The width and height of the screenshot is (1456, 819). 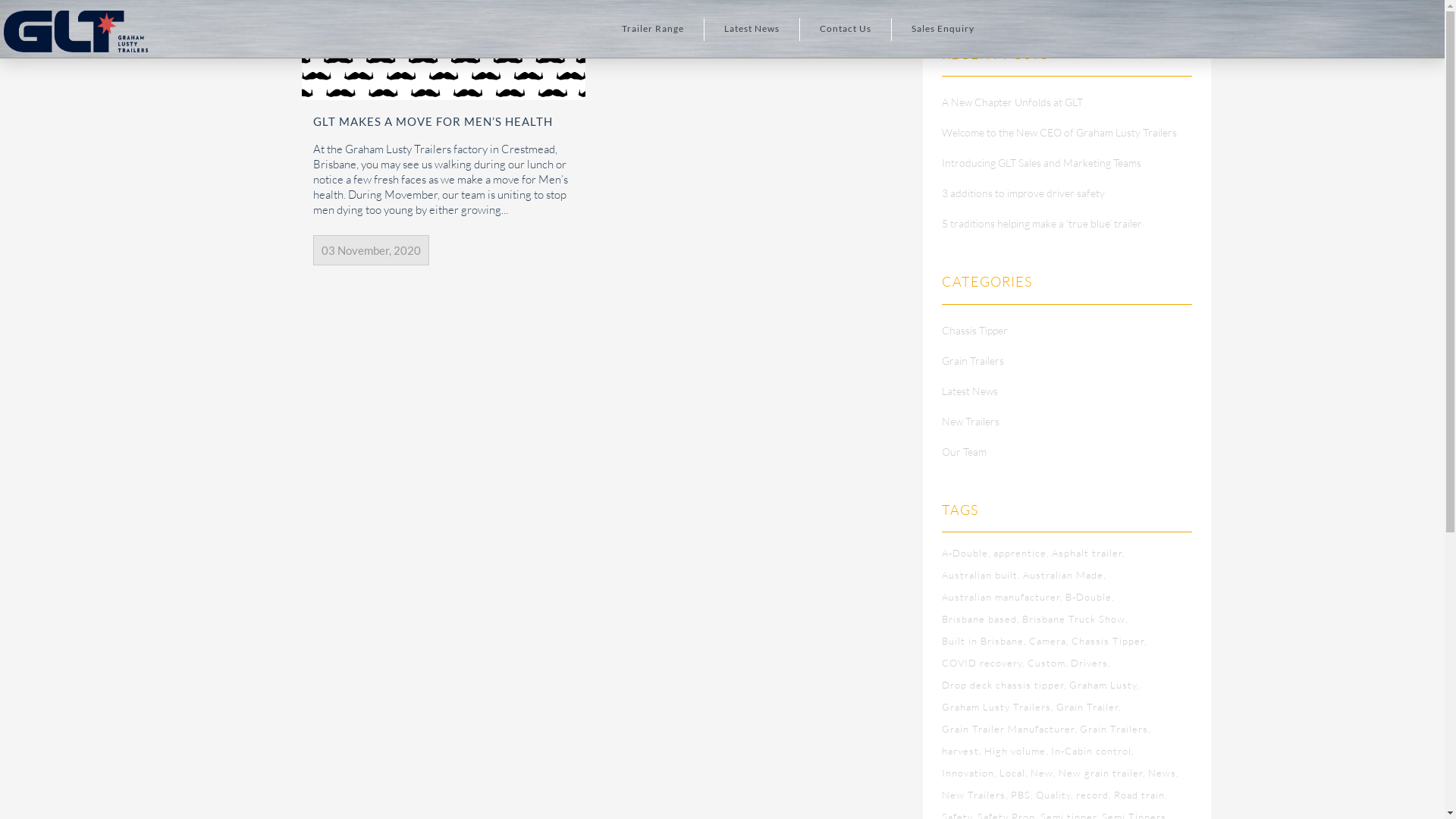 What do you see at coordinates (968, 772) in the screenshot?
I see `'Innovation'` at bounding box center [968, 772].